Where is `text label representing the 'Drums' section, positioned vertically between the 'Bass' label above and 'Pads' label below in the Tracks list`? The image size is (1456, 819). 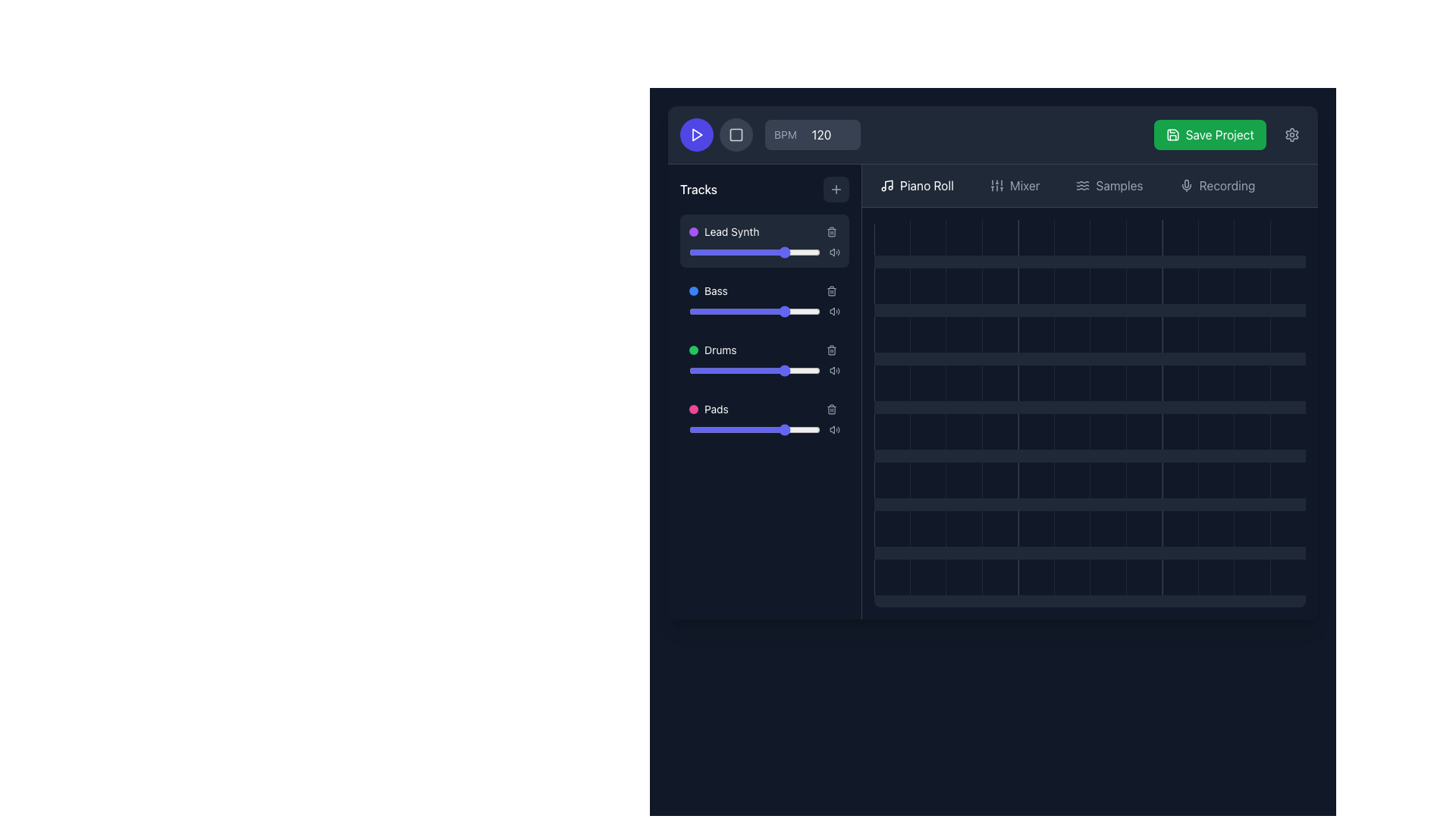
text label representing the 'Drums' section, positioned vertically between the 'Bass' label above and 'Pads' label below in the Tracks list is located at coordinates (720, 350).